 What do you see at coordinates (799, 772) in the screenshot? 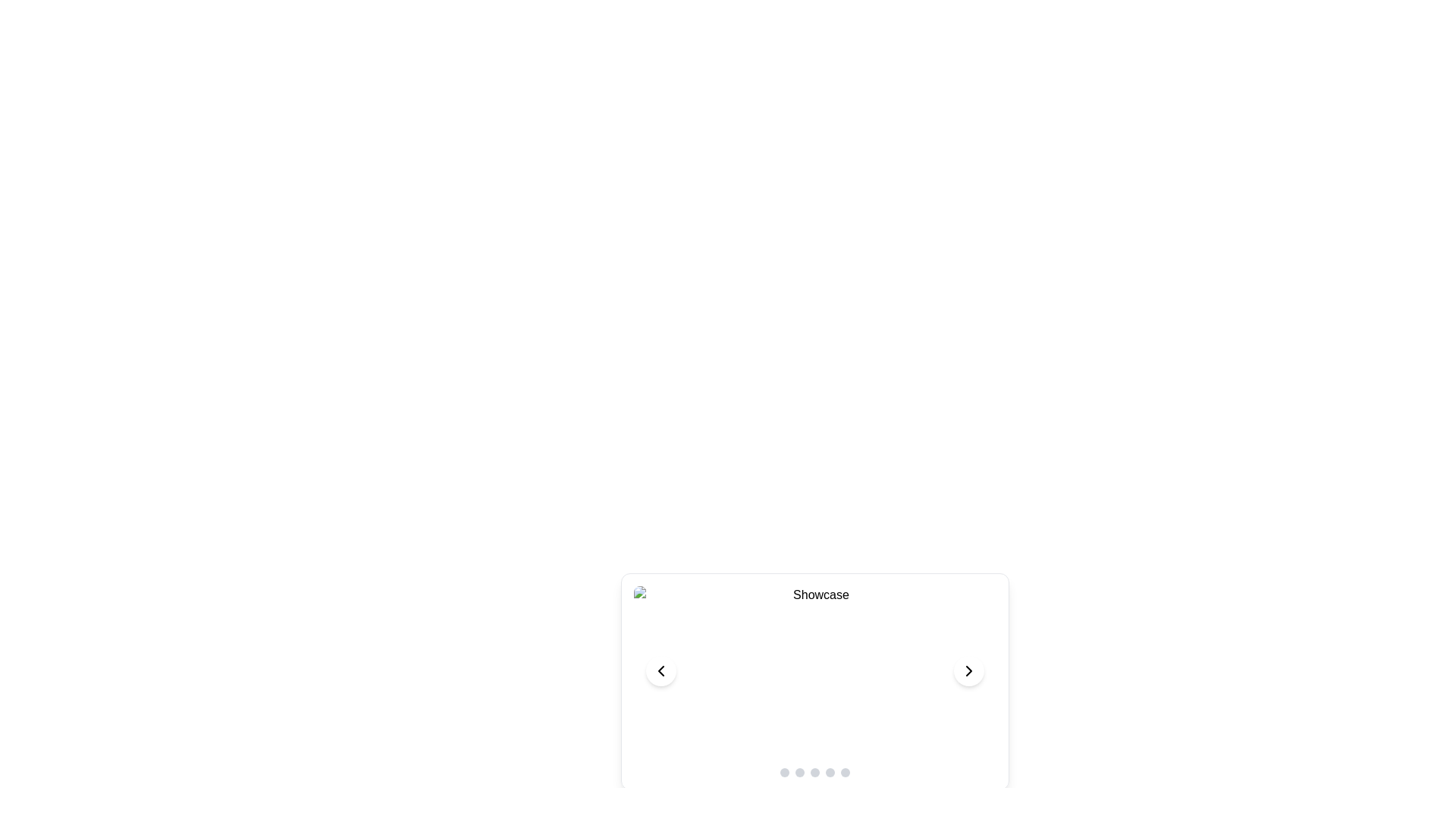
I see `the second navigation indicator dot in the group of five dots` at bounding box center [799, 772].